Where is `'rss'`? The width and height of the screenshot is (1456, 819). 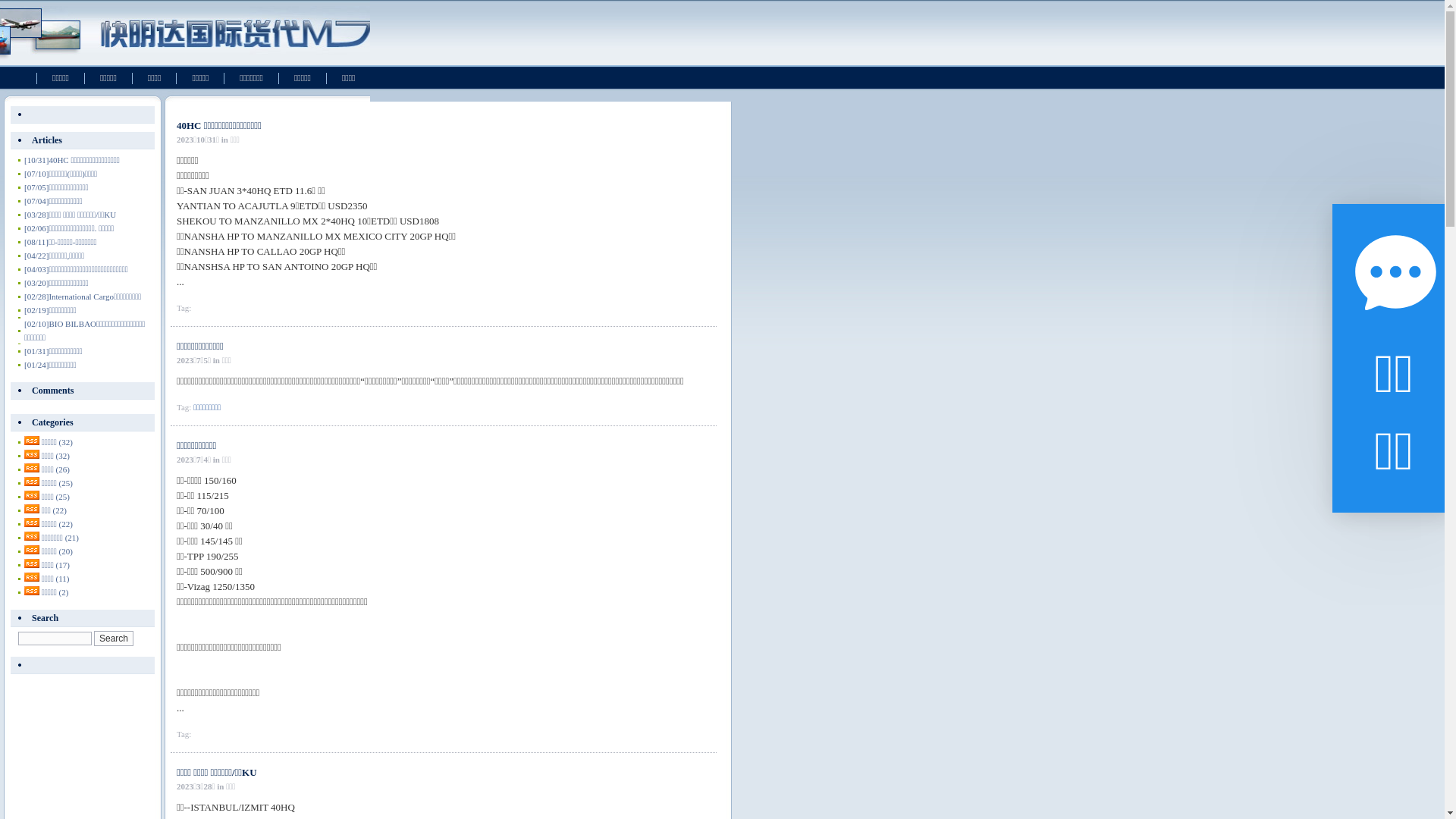
'rss' is located at coordinates (24, 550).